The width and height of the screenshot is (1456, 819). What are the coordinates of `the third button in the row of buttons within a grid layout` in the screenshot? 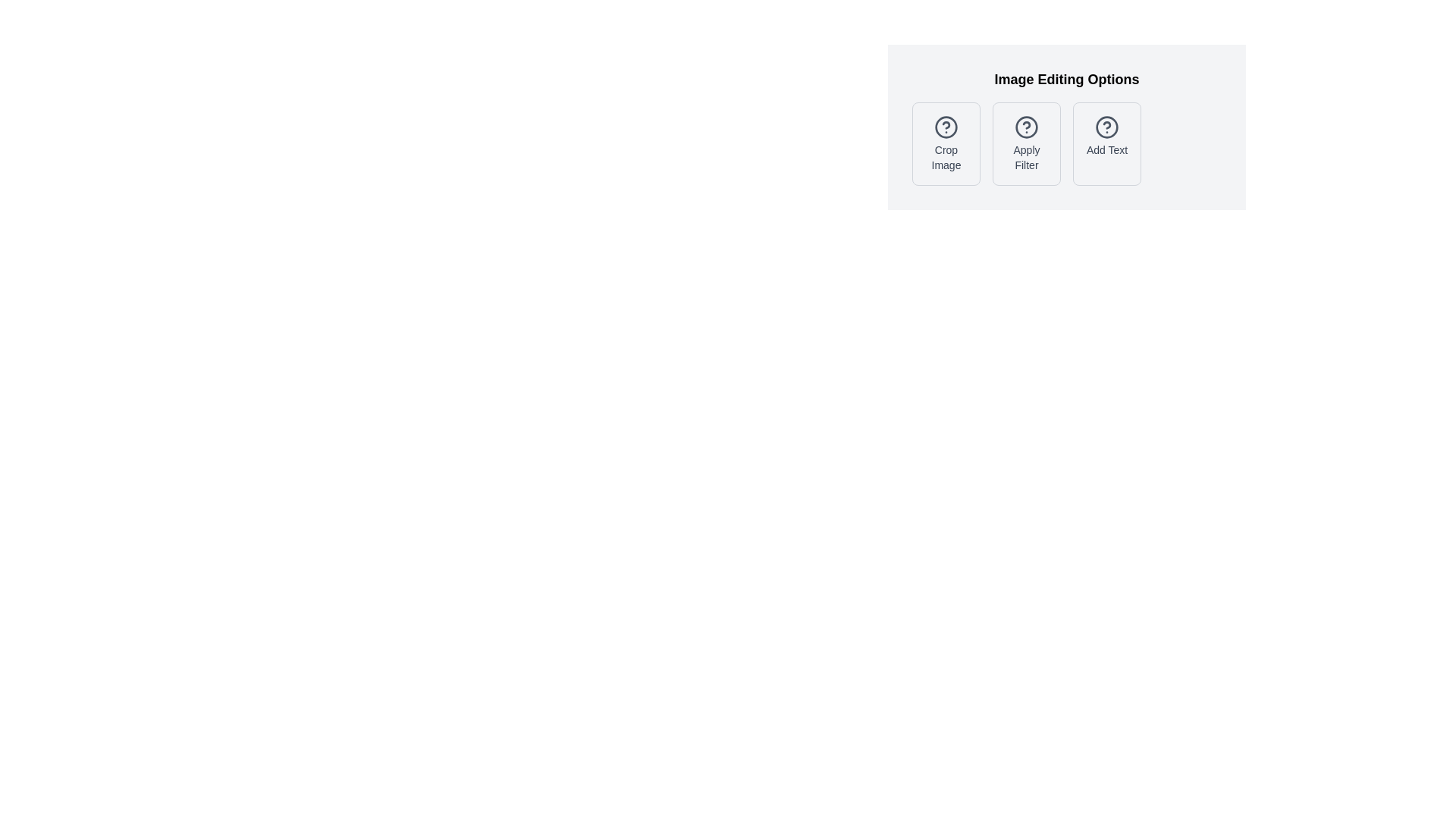 It's located at (1106, 143).